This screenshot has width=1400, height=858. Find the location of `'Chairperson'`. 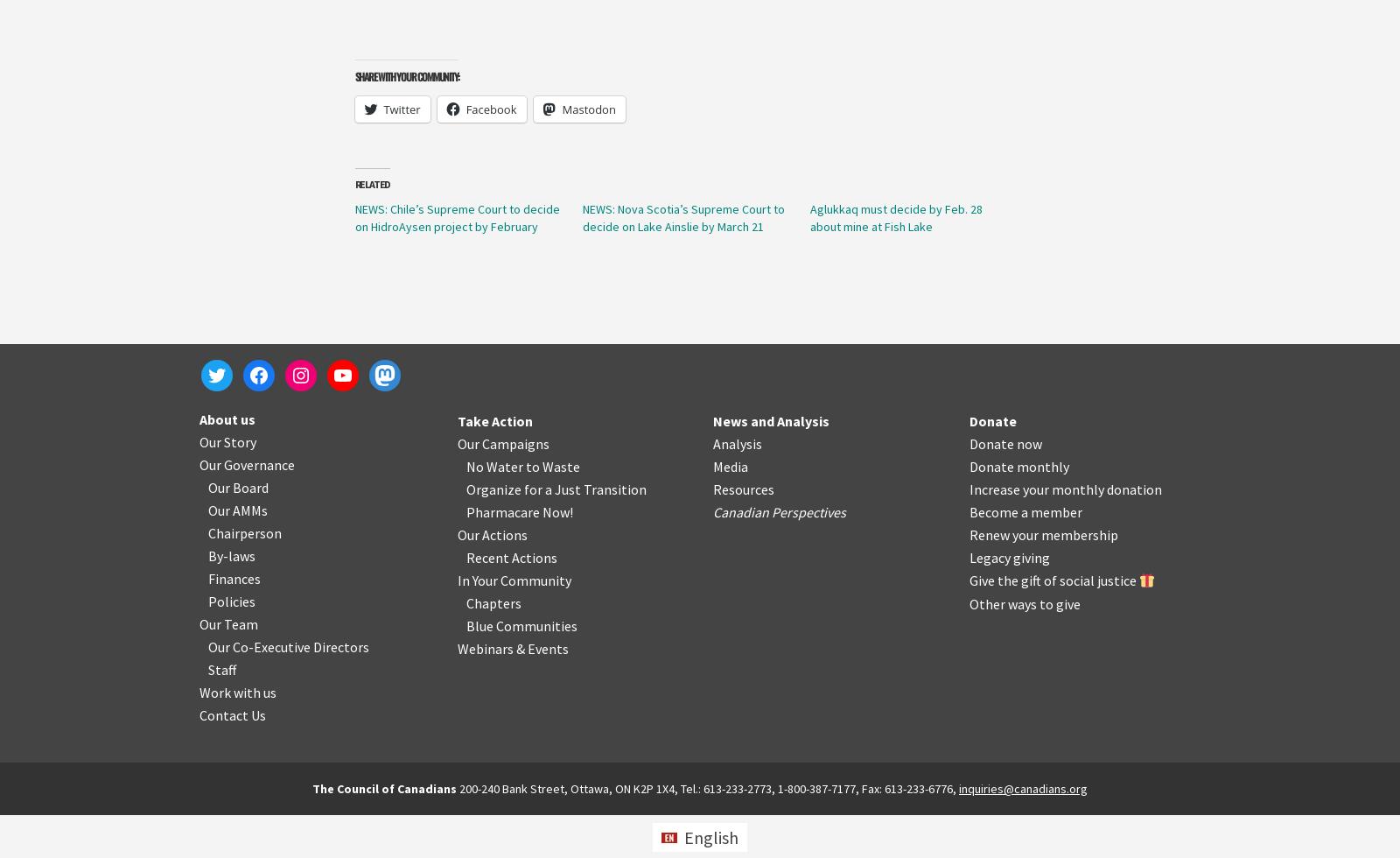

'Chairperson' is located at coordinates (245, 532).